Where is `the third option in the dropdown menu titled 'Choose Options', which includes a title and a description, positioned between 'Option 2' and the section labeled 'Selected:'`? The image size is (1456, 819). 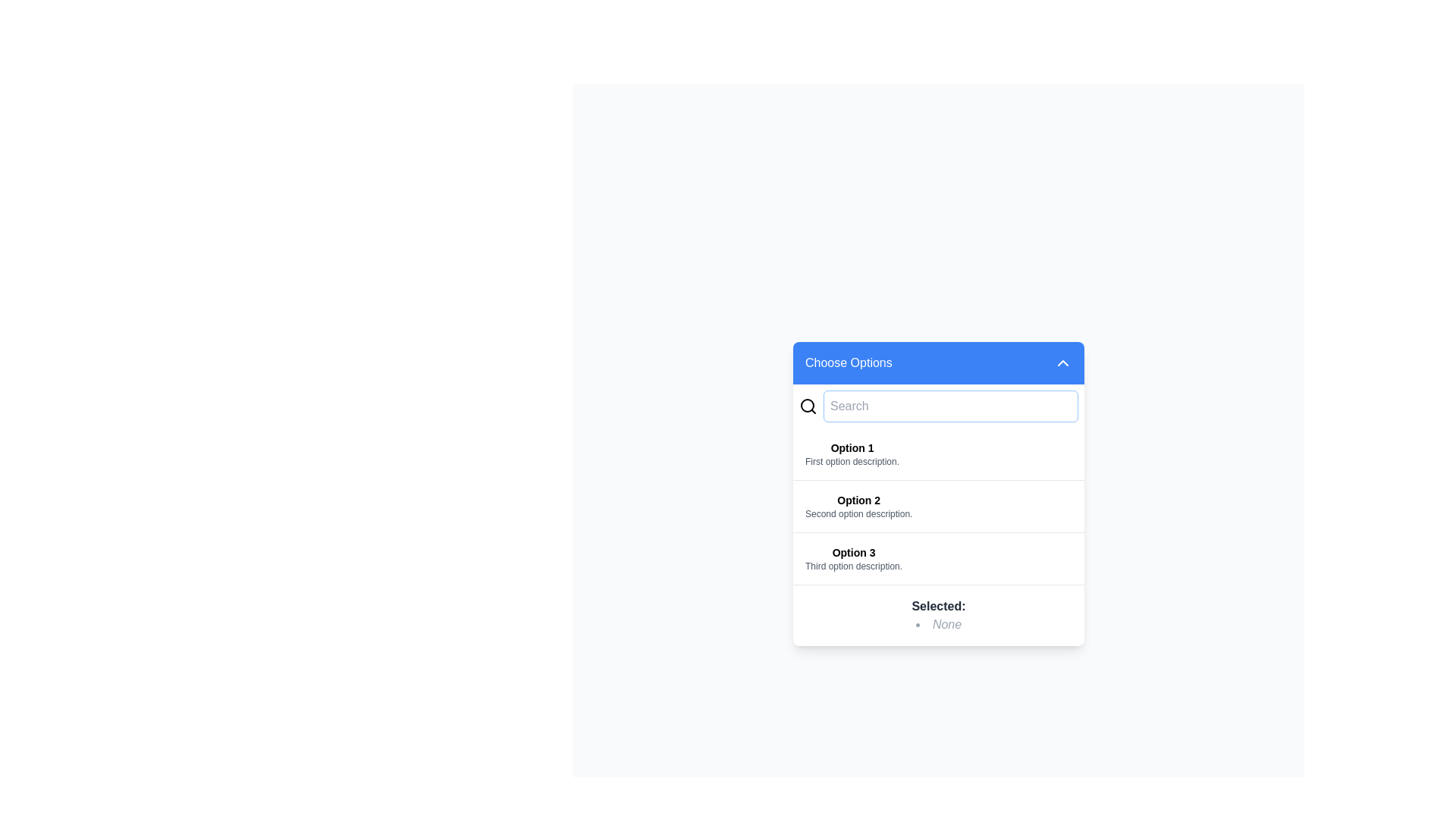 the third option in the dropdown menu titled 'Choose Options', which includes a title and a description, positioned between 'Option 2' and the section labeled 'Selected:' is located at coordinates (854, 558).